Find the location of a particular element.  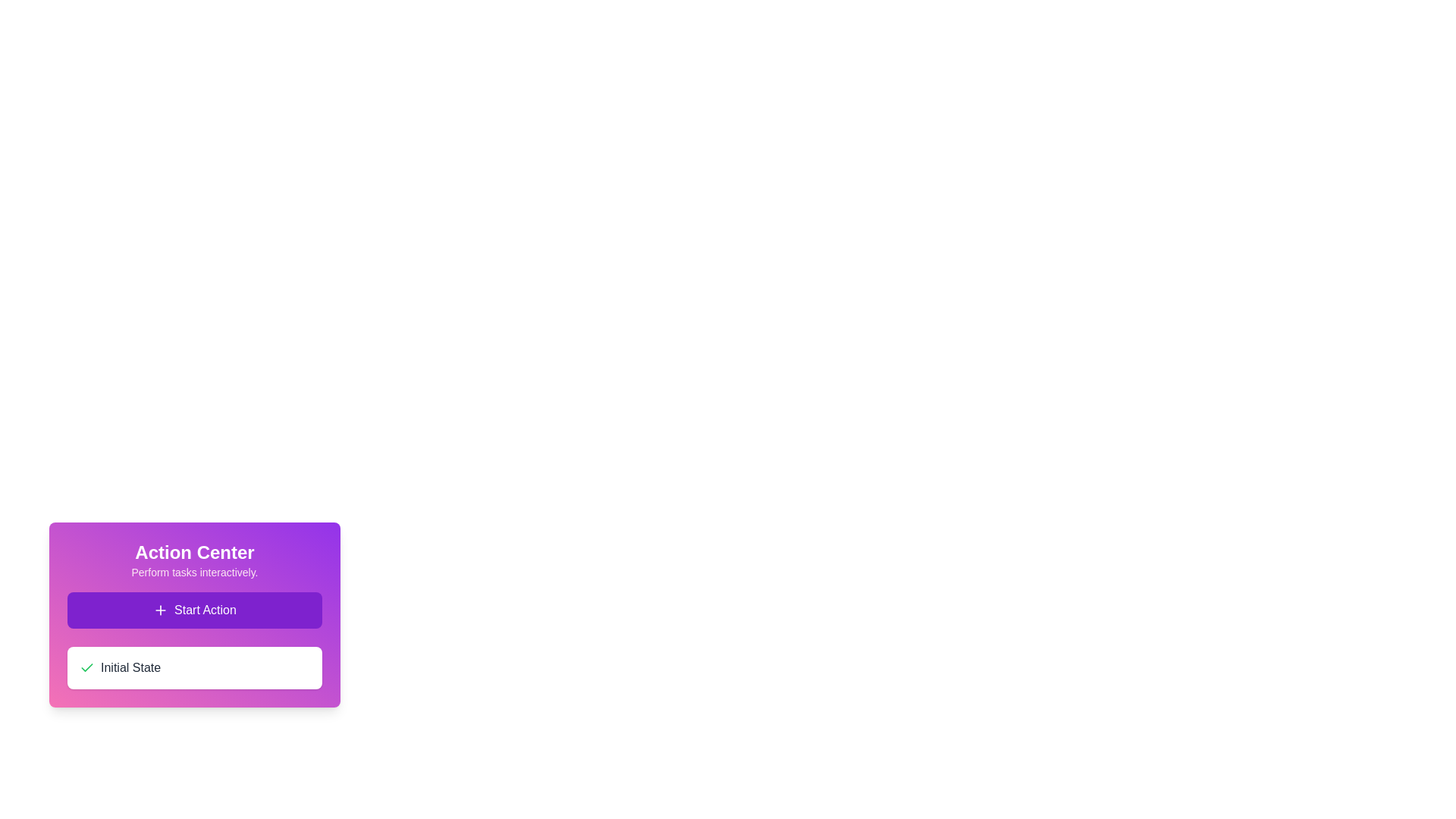

the checkmark icon indicating selection next to the 'Initial State' text in the Action Center card is located at coordinates (86, 666).